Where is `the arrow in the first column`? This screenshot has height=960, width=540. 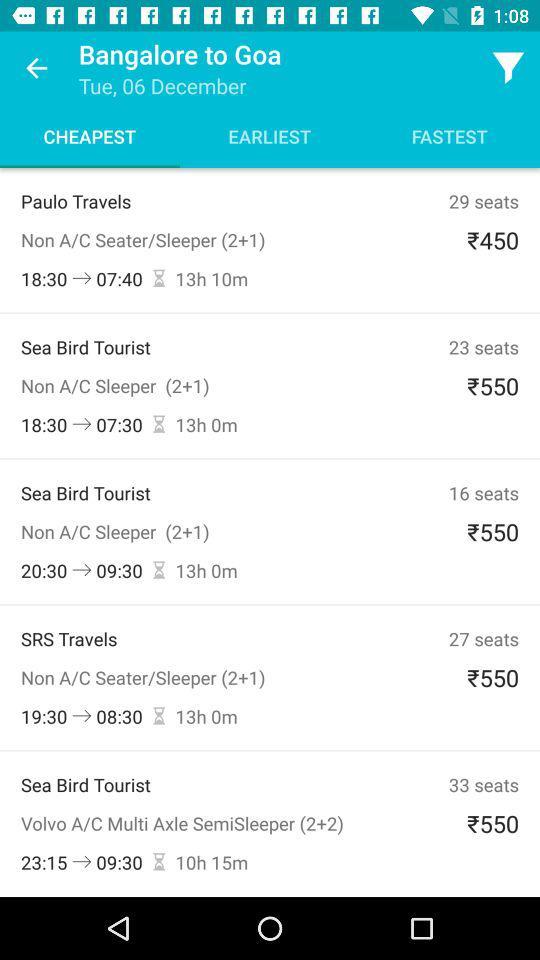
the arrow in the first column is located at coordinates (81, 277).